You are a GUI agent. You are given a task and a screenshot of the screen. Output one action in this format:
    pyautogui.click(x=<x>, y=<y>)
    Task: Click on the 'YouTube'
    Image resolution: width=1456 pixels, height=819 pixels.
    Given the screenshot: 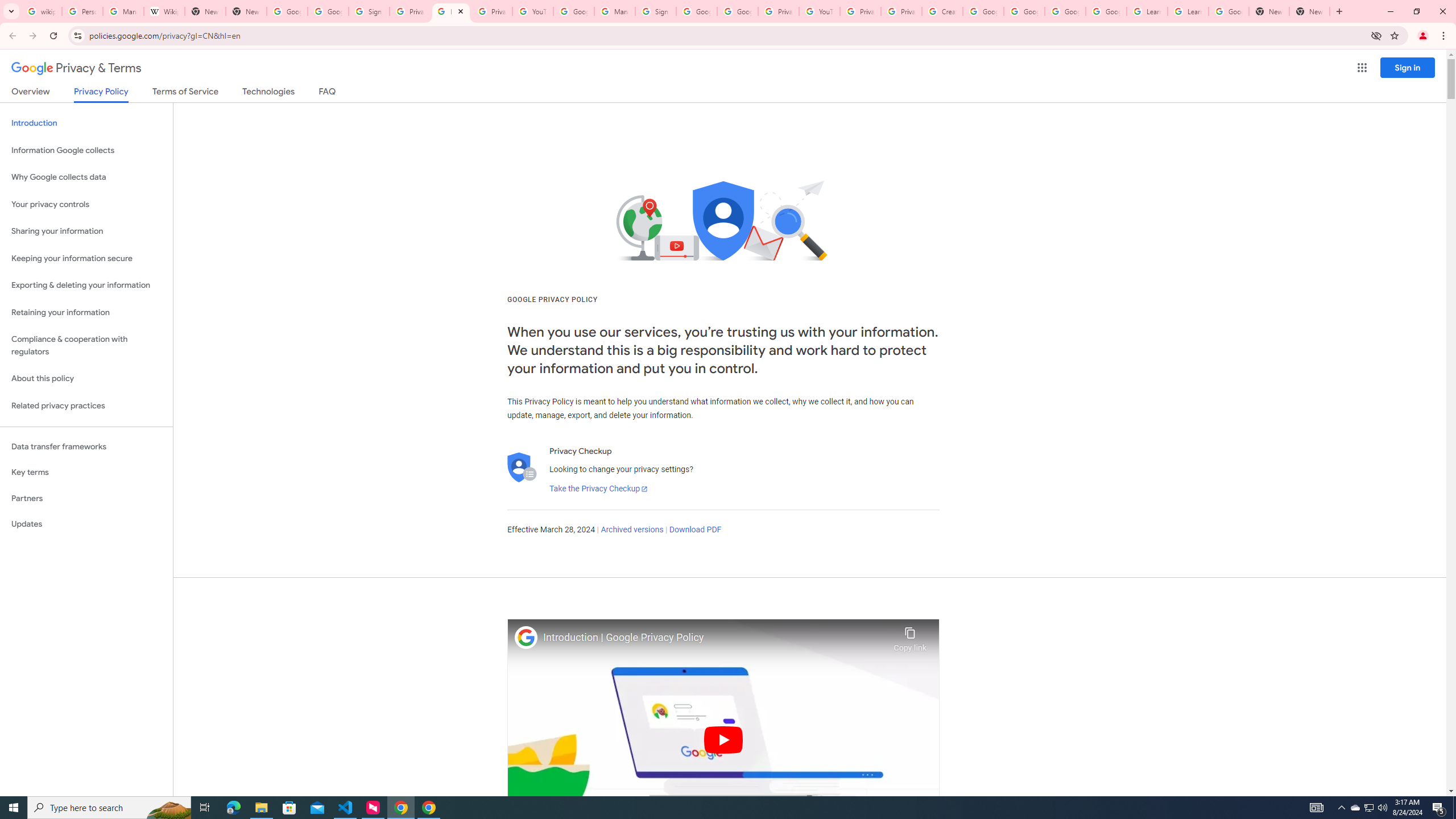 What is the action you would take?
    pyautogui.click(x=818, y=11)
    